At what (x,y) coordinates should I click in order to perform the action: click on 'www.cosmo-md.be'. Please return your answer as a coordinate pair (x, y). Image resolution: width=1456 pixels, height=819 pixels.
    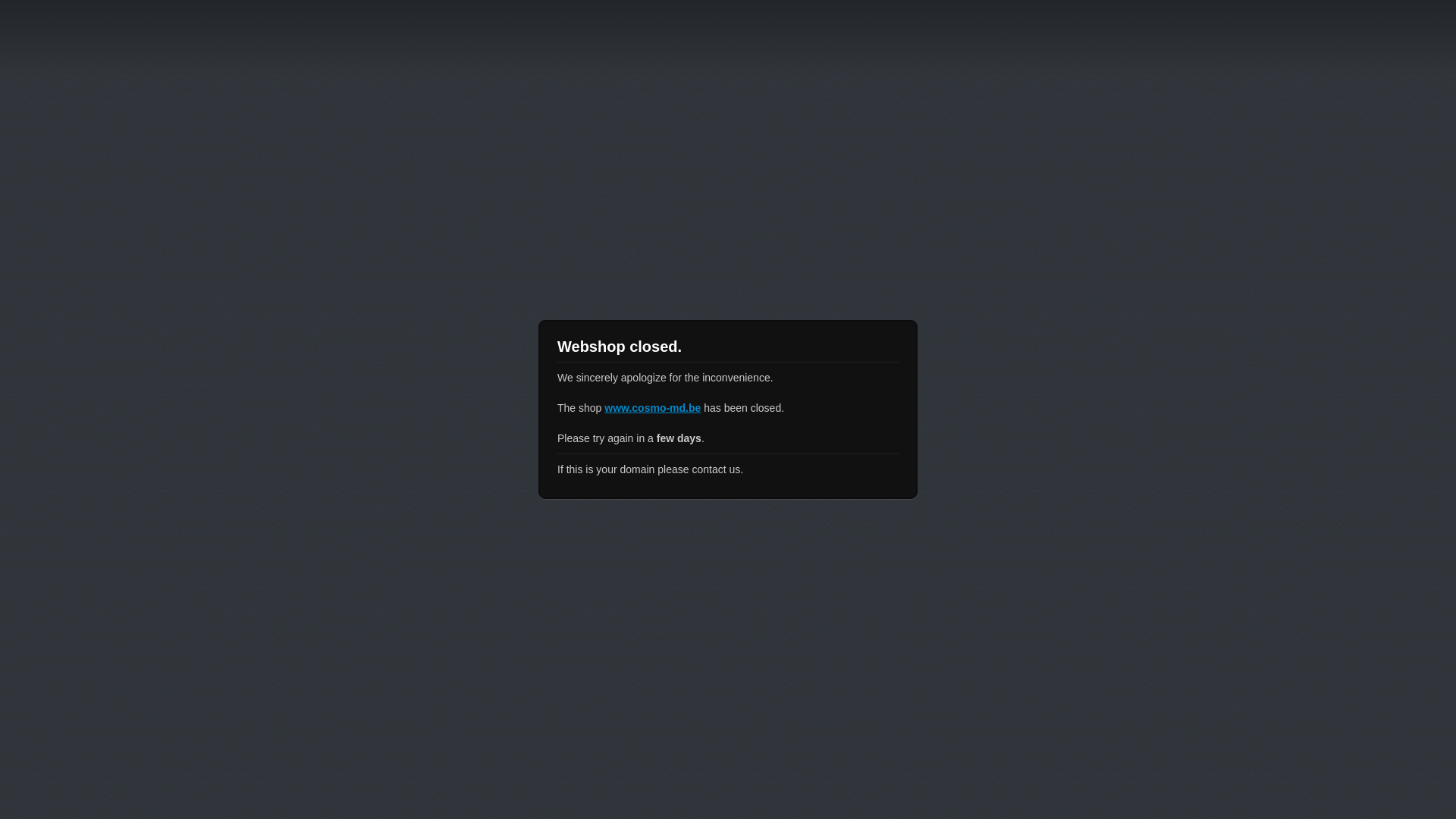
    Looking at the image, I should click on (603, 406).